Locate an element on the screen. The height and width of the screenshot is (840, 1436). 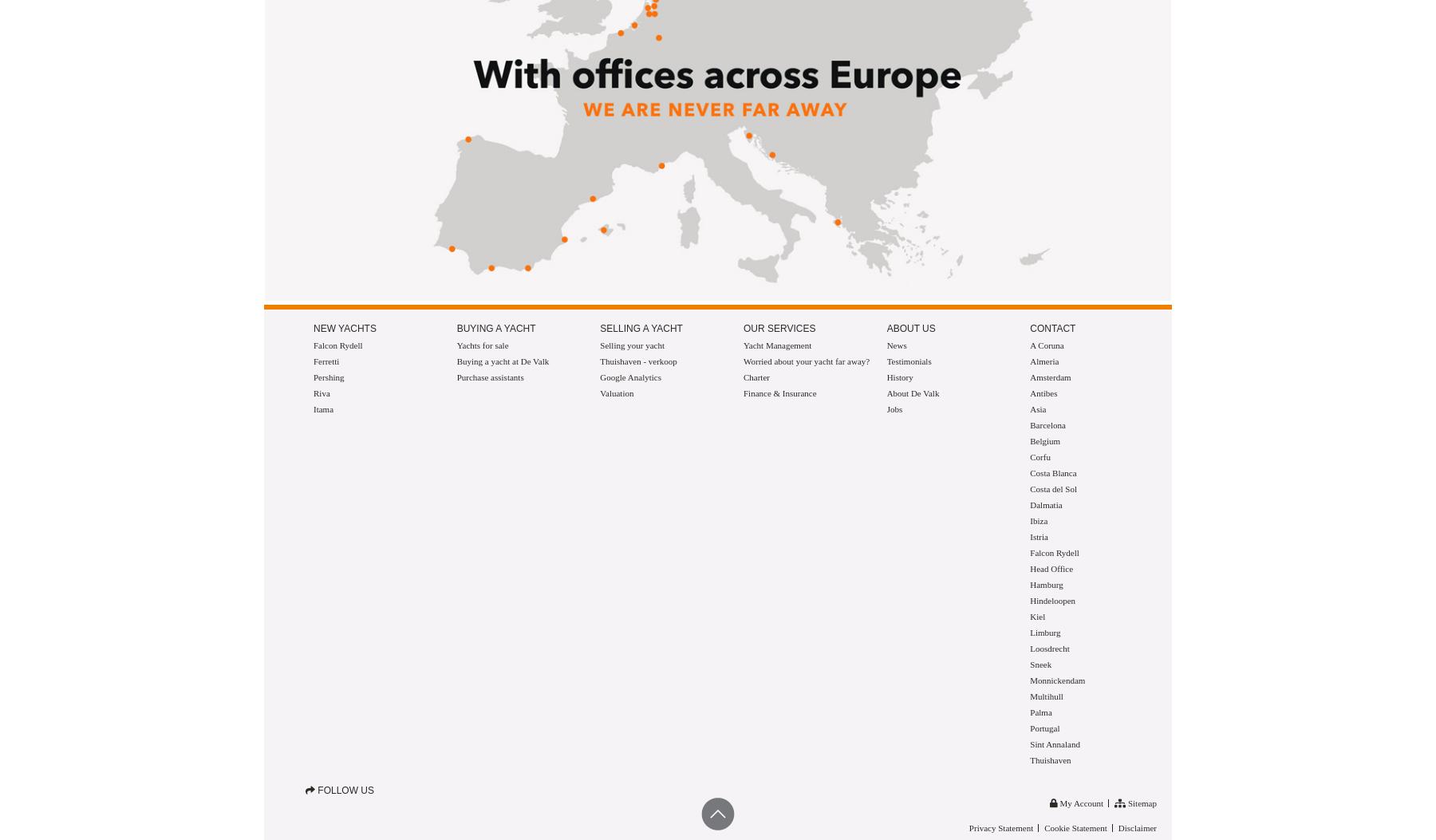
'Sneek' is located at coordinates (1040, 664).